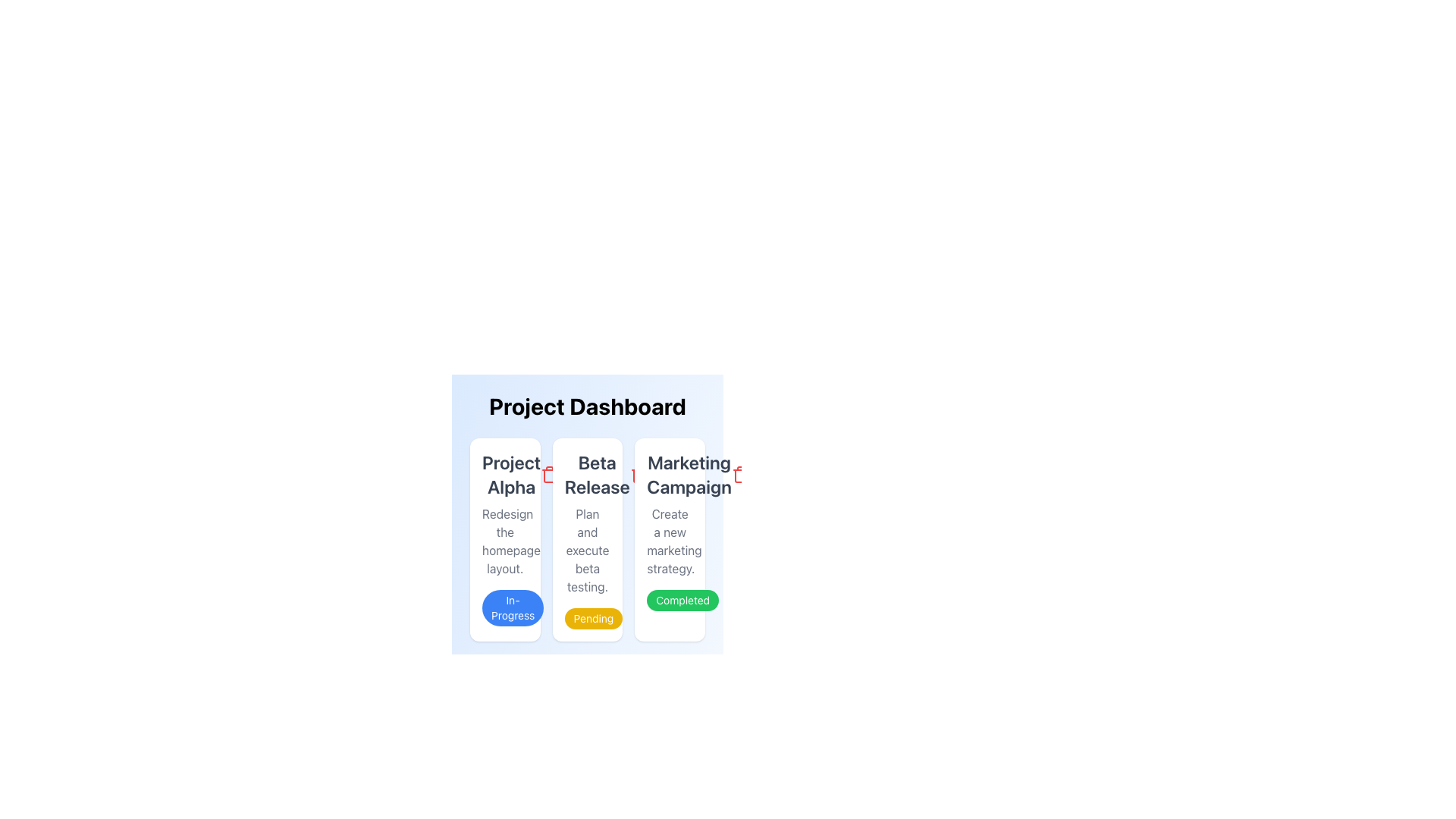  What do you see at coordinates (682, 599) in the screenshot?
I see `the status indicator label for the marketing campaign located at the bottom of the 'Marketing Campaign' card, positioned between the 'Beta Release' card and the 'Marketing Campaign' card` at bounding box center [682, 599].